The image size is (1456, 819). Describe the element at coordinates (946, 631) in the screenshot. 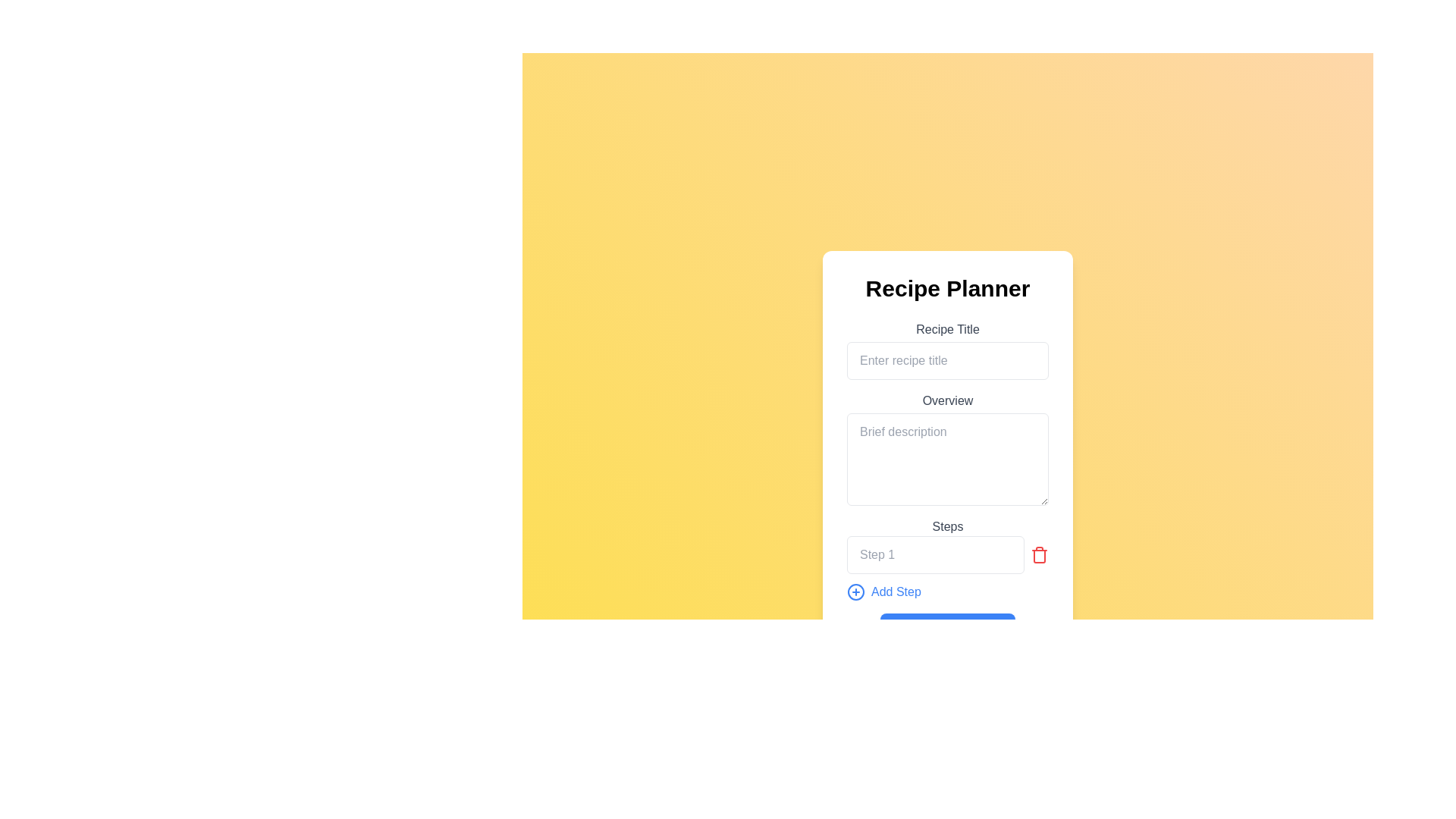

I see `the submit button located at the bottom of the 'Recipe Planner' form` at that location.